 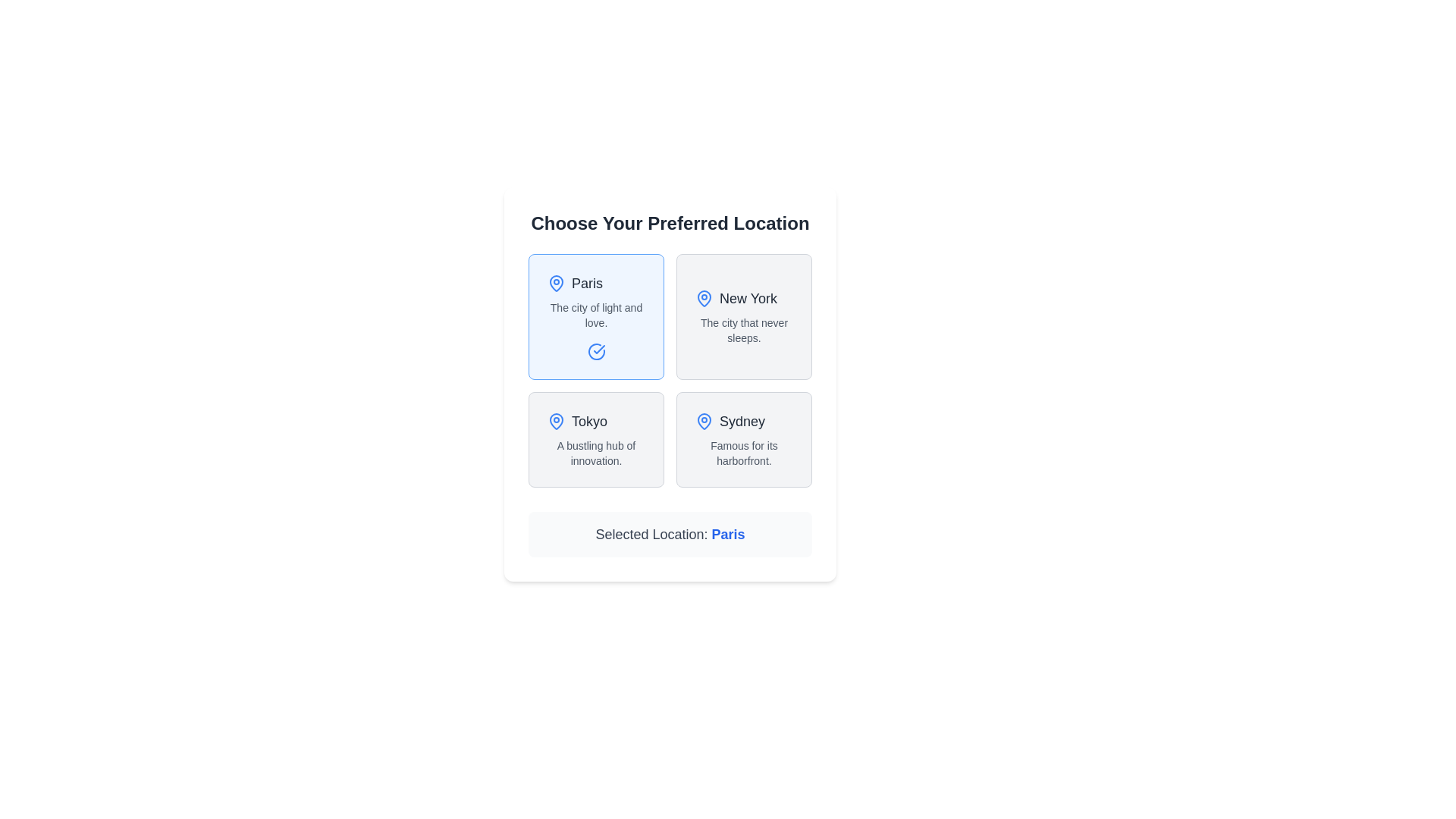 I want to click on the selection indication by interacting with the circular blue icon with a check mark inside, located at the bottom center of the 'Paris' selection card, so click(x=595, y=351).